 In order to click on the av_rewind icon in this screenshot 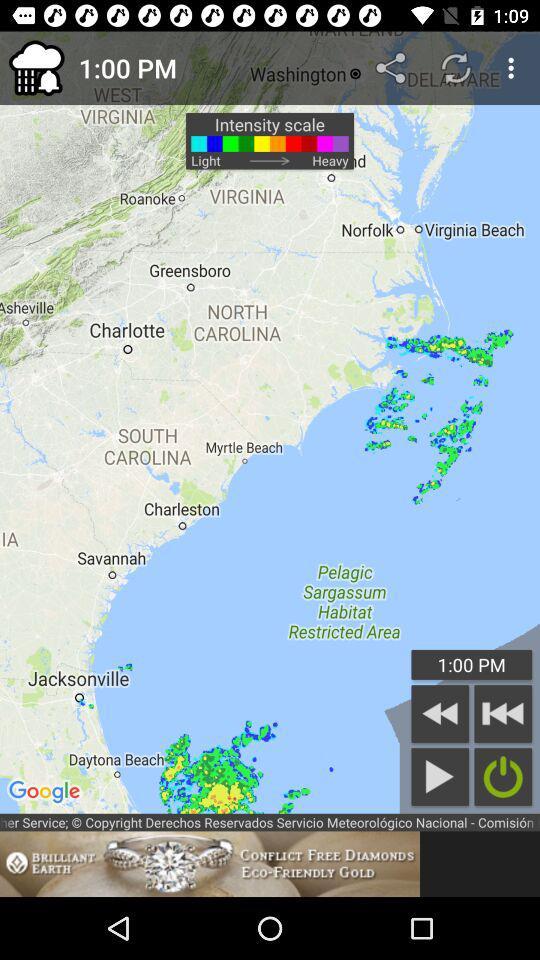, I will do `click(440, 713)`.